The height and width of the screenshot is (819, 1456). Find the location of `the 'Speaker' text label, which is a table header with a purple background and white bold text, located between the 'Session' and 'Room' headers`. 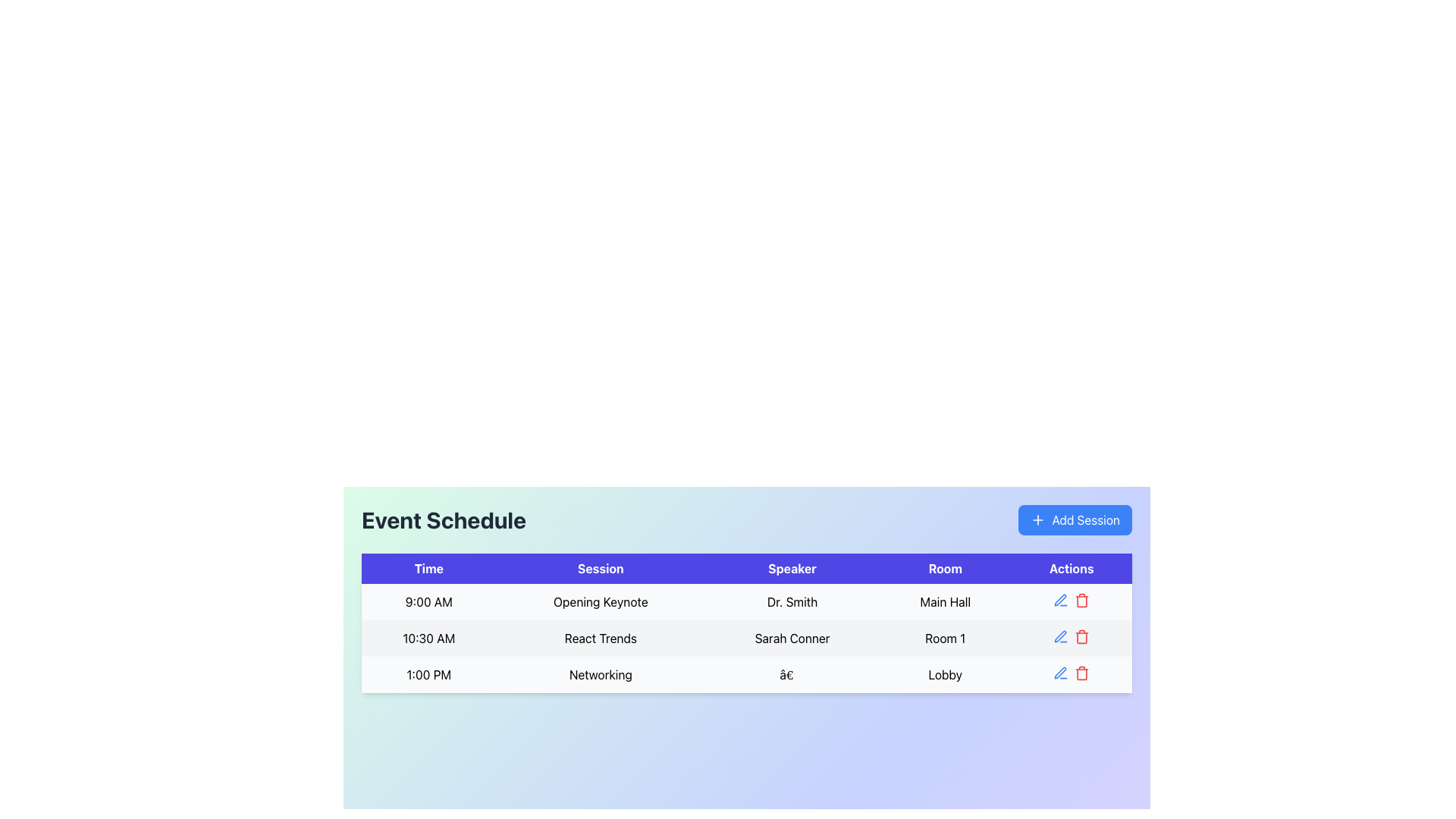

the 'Speaker' text label, which is a table header with a purple background and white bold text, located between the 'Session' and 'Room' headers is located at coordinates (792, 568).